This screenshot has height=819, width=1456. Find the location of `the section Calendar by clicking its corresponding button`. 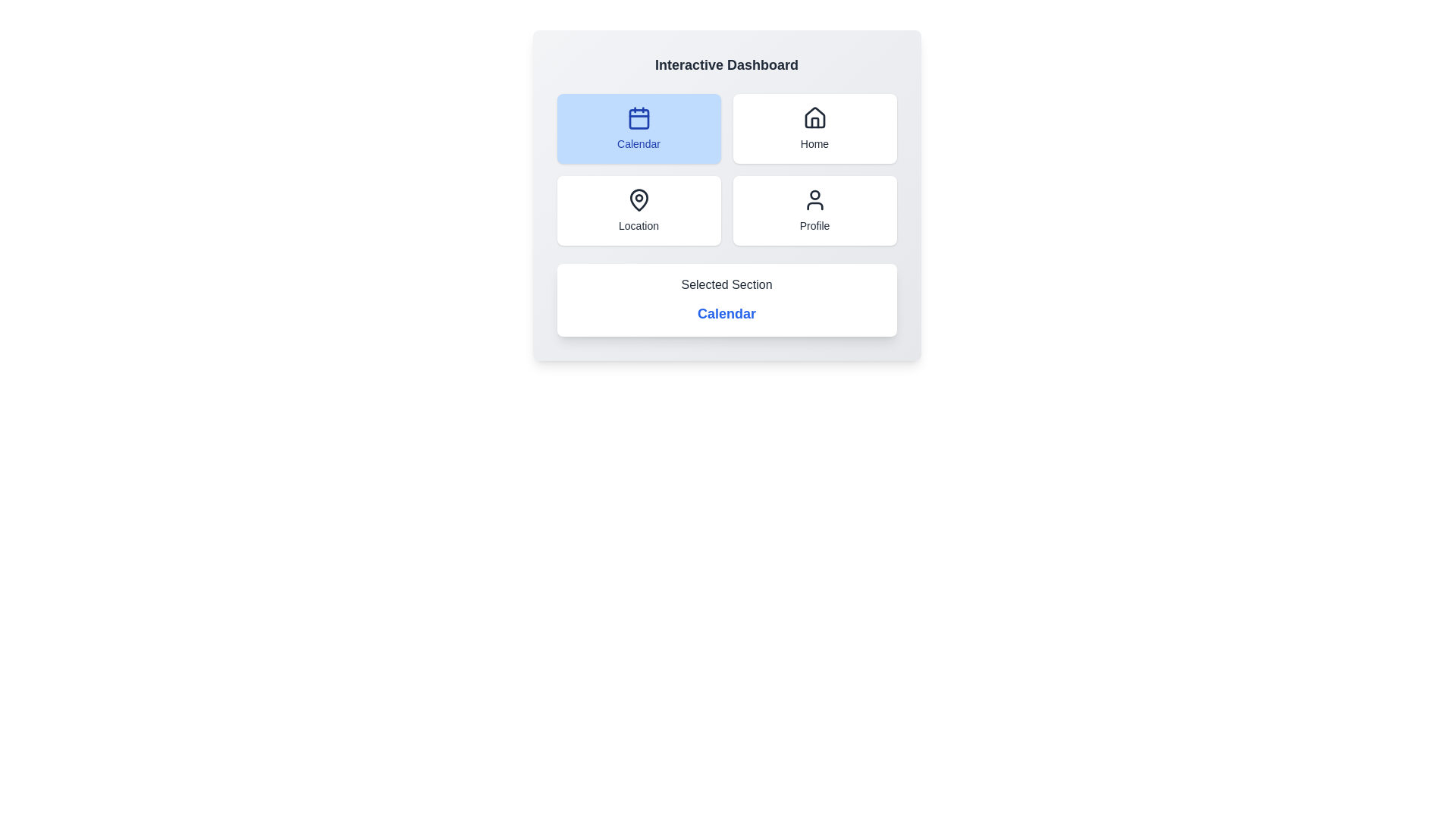

the section Calendar by clicking its corresponding button is located at coordinates (639, 127).